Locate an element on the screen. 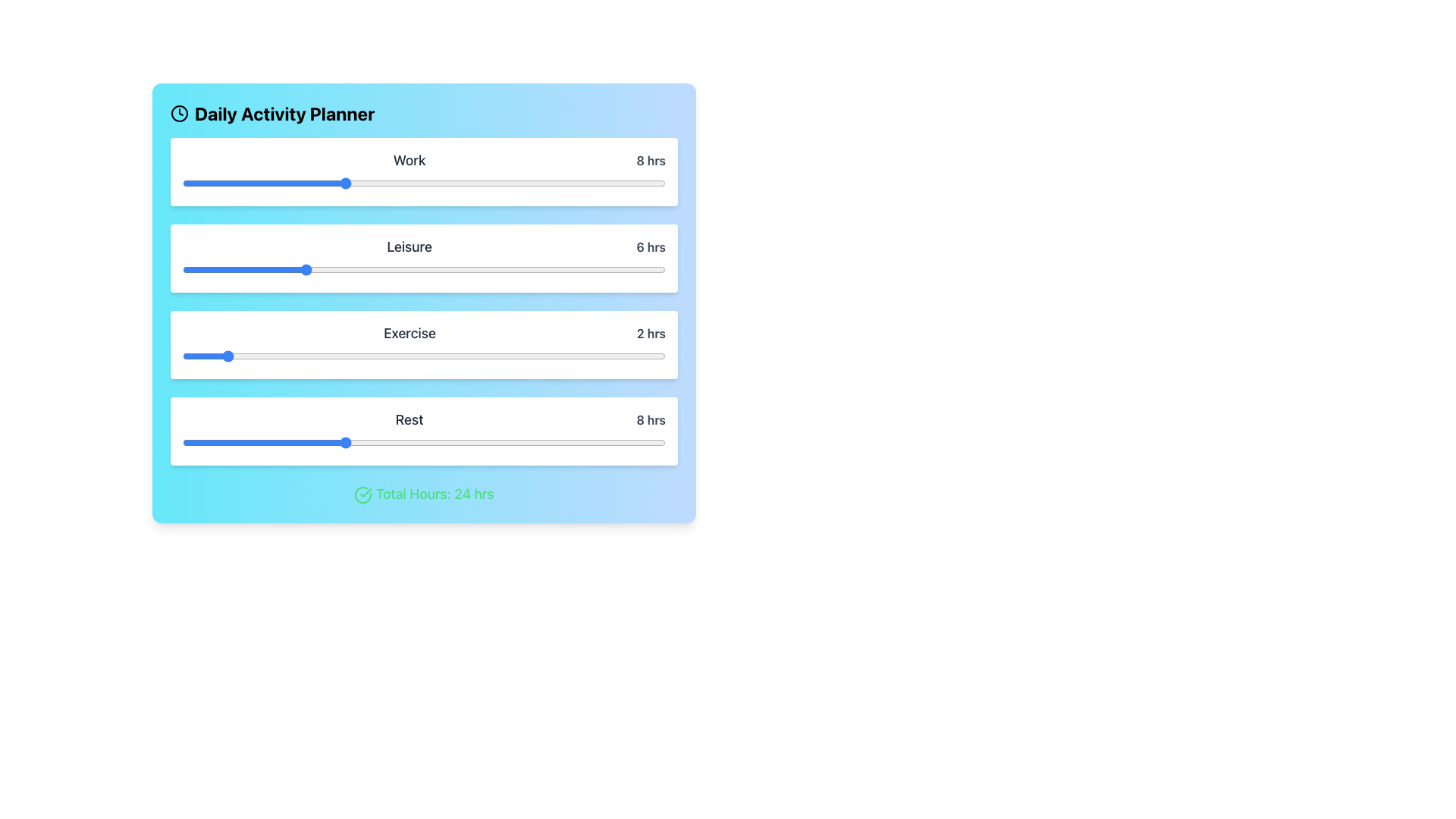 Image resolution: width=1456 pixels, height=819 pixels. leisure hours is located at coordinates (182, 268).